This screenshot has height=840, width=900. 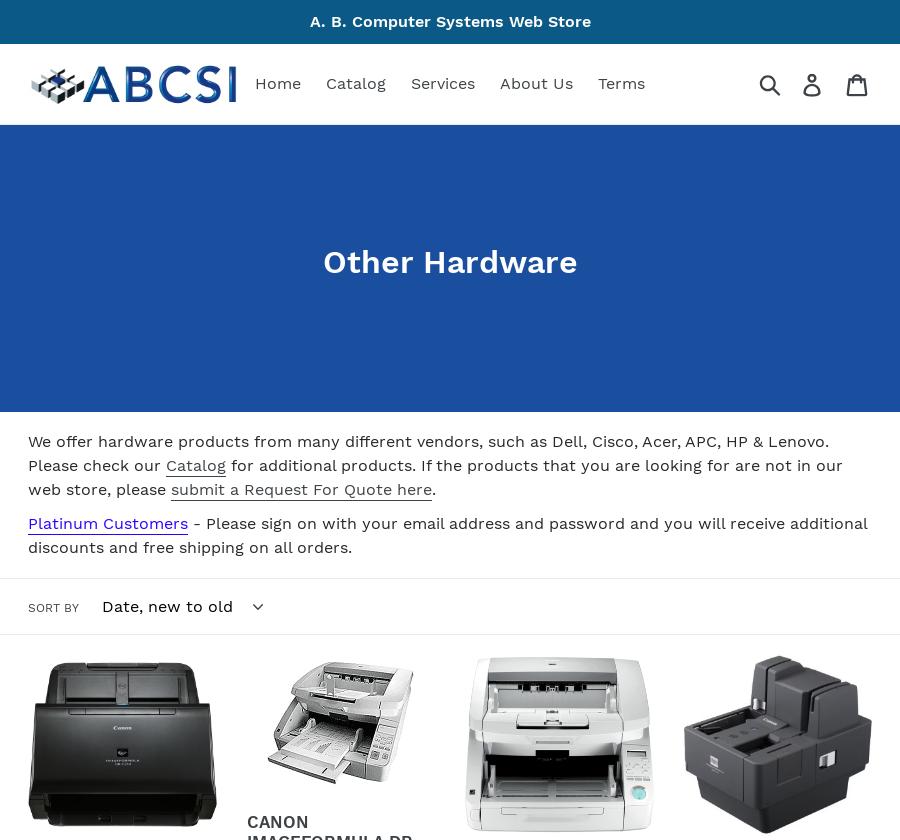 What do you see at coordinates (449, 21) in the screenshot?
I see `'A. B. Computer Systems Web Store'` at bounding box center [449, 21].